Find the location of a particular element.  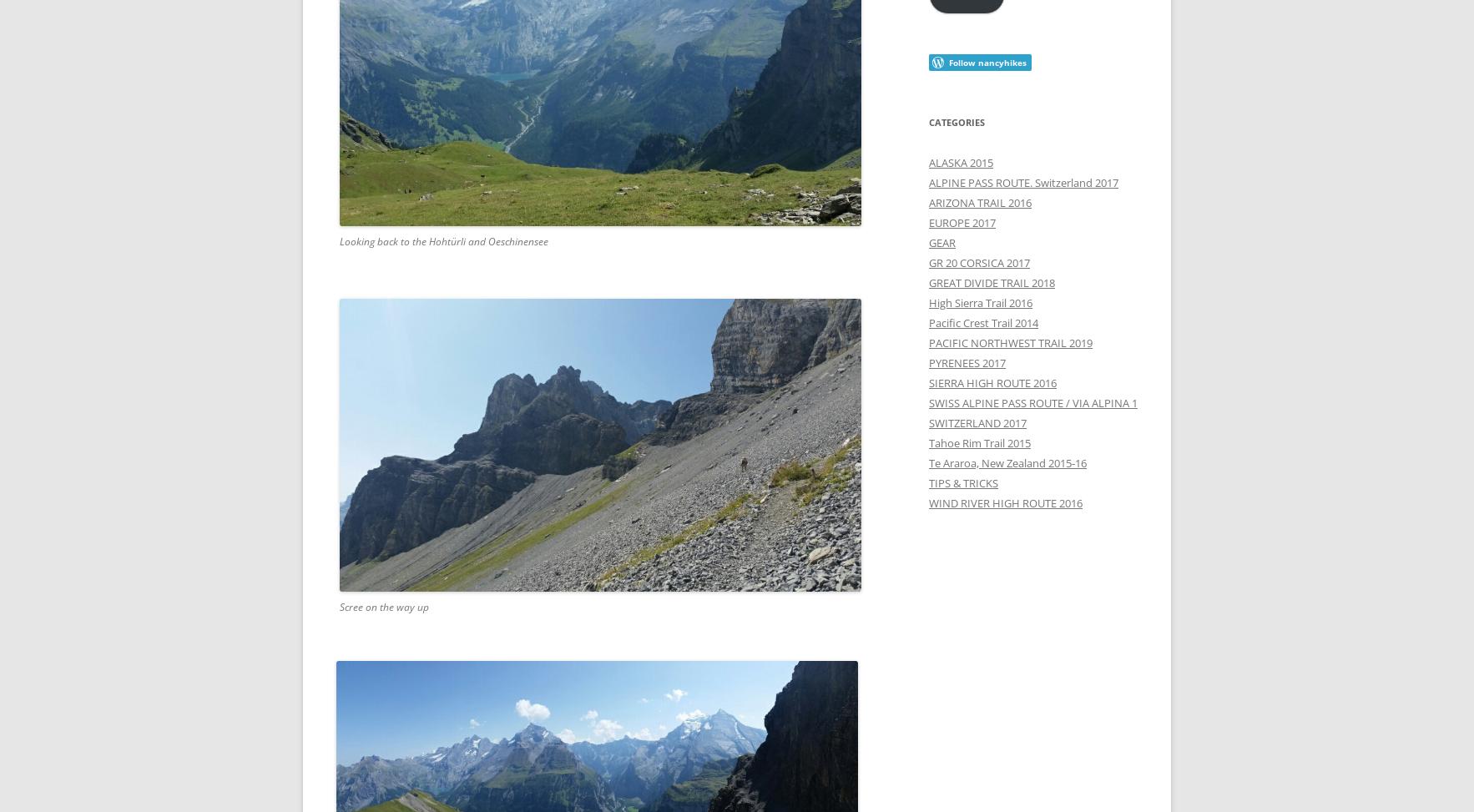

'Te Araroa, New Zealand 2015-16' is located at coordinates (1007, 461).